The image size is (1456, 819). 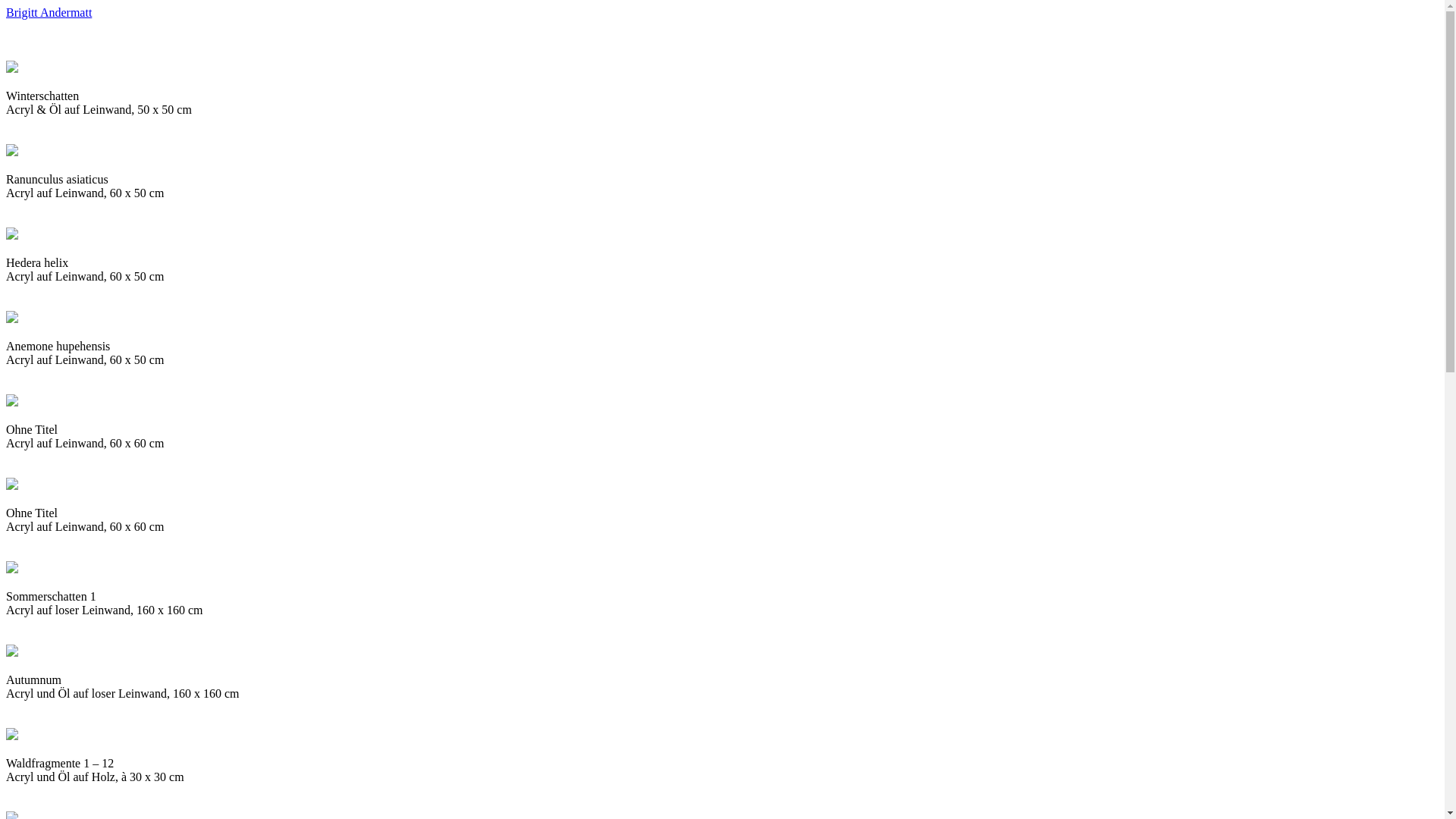 I want to click on 'Brigitt Andermatt', so click(x=49, y=12).